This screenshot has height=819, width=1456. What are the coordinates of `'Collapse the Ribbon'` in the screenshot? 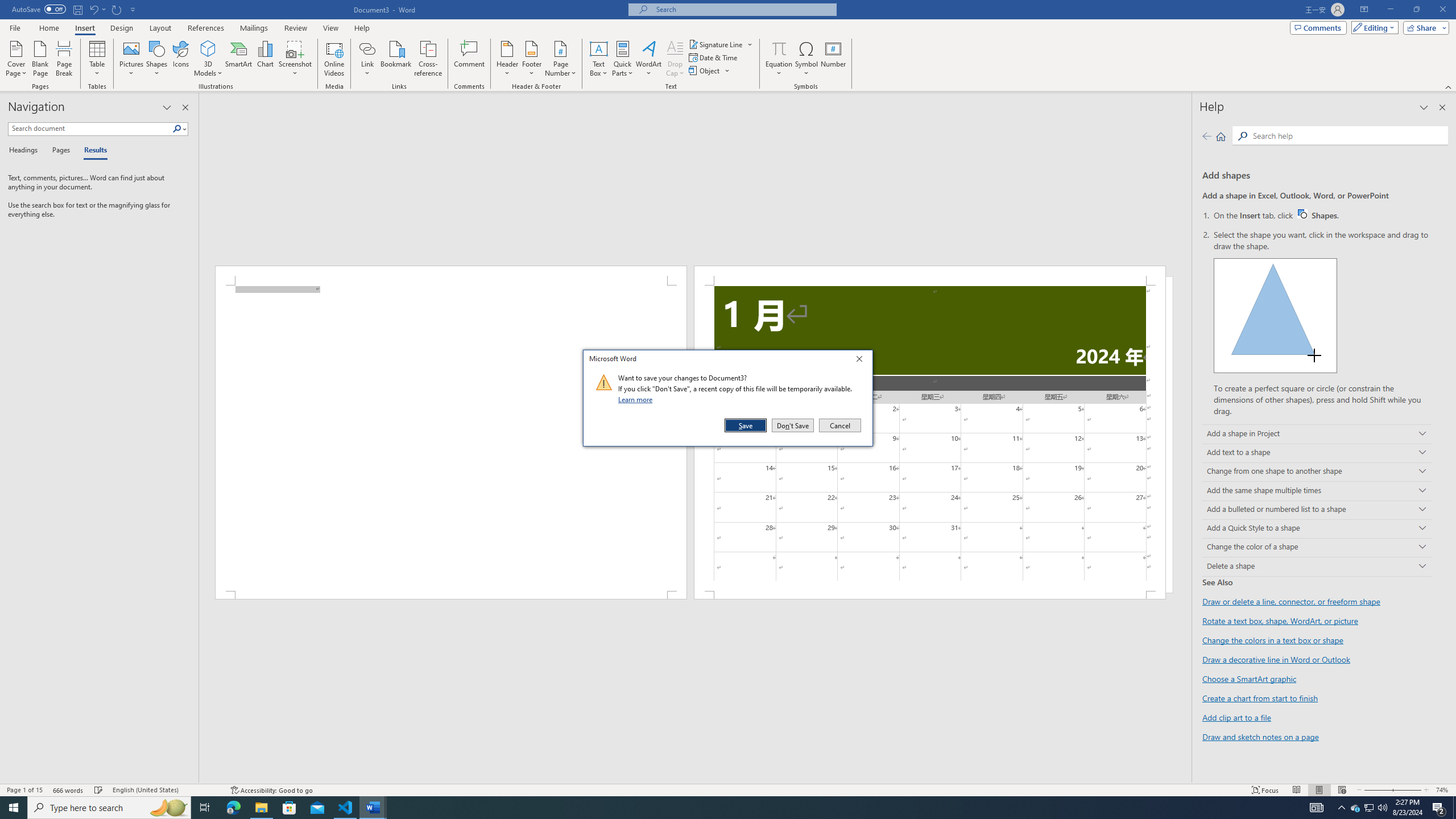 It's located at (1449, 87).